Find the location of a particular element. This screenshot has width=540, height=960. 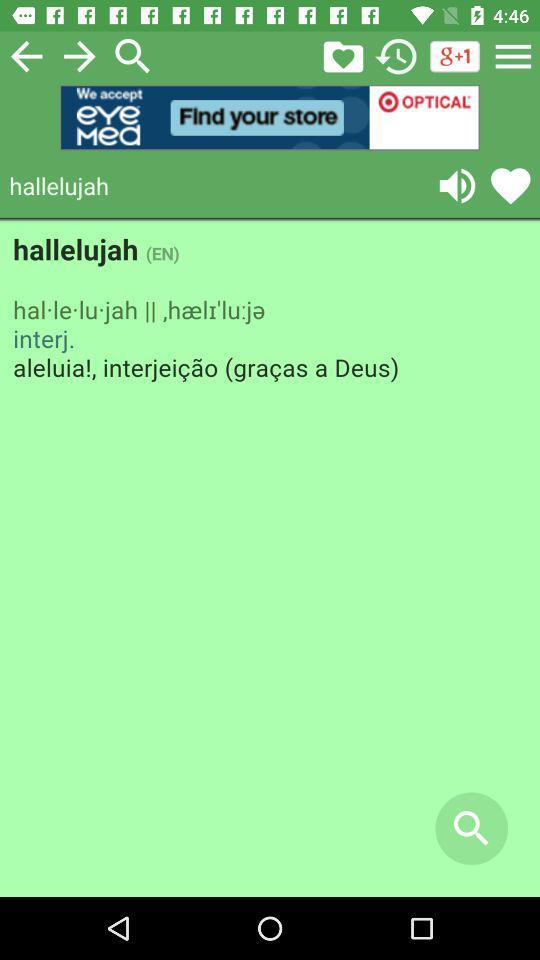

visit eye med is located at coordinates (270, 117).